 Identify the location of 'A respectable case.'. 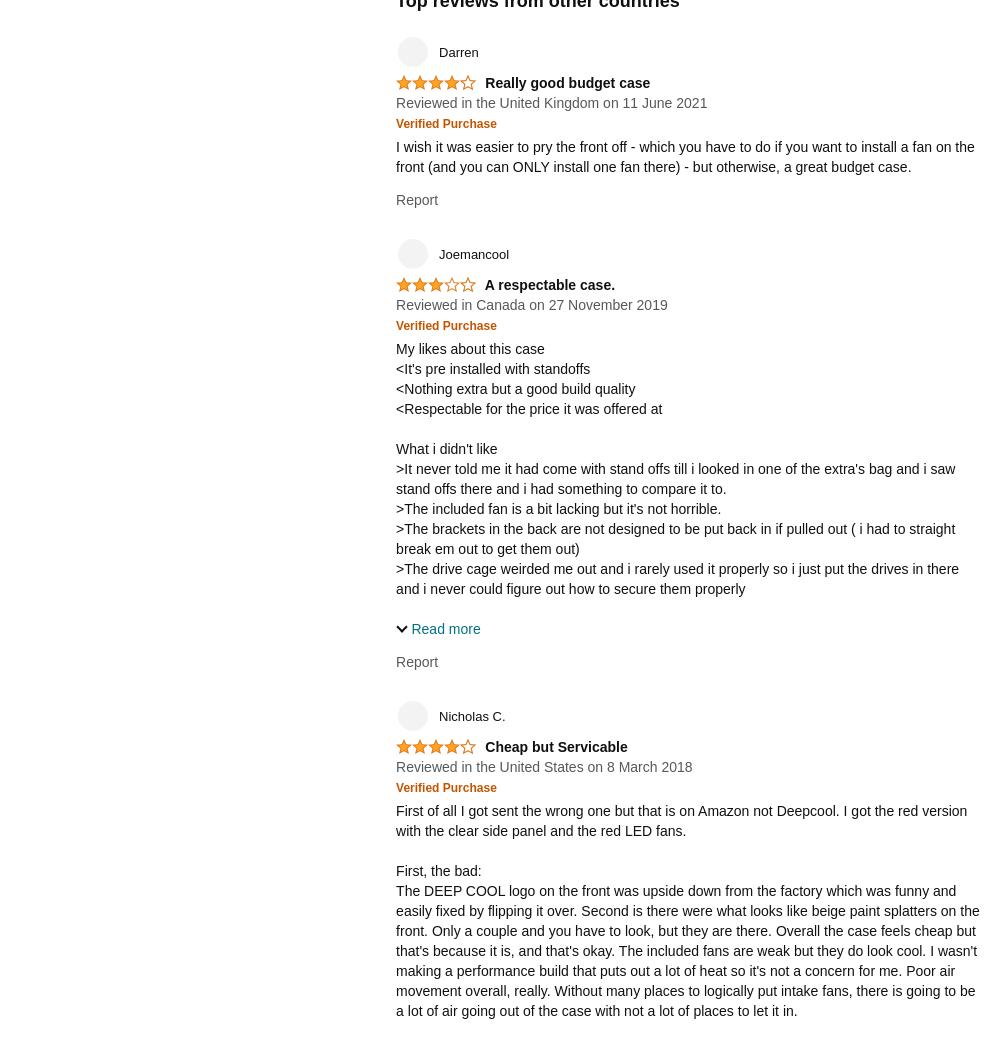
(549, 282).